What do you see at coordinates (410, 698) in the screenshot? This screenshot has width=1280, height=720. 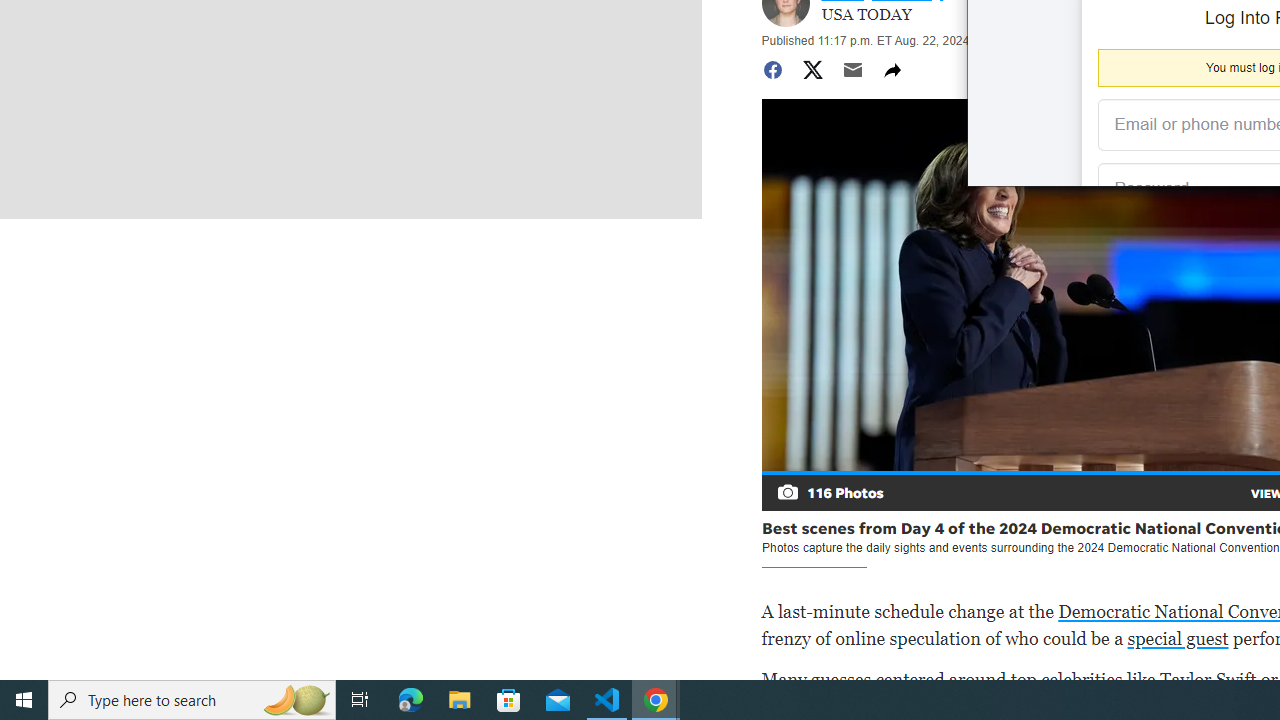 I see `'Microsoft Edge'` at bounding box center [410, 698].